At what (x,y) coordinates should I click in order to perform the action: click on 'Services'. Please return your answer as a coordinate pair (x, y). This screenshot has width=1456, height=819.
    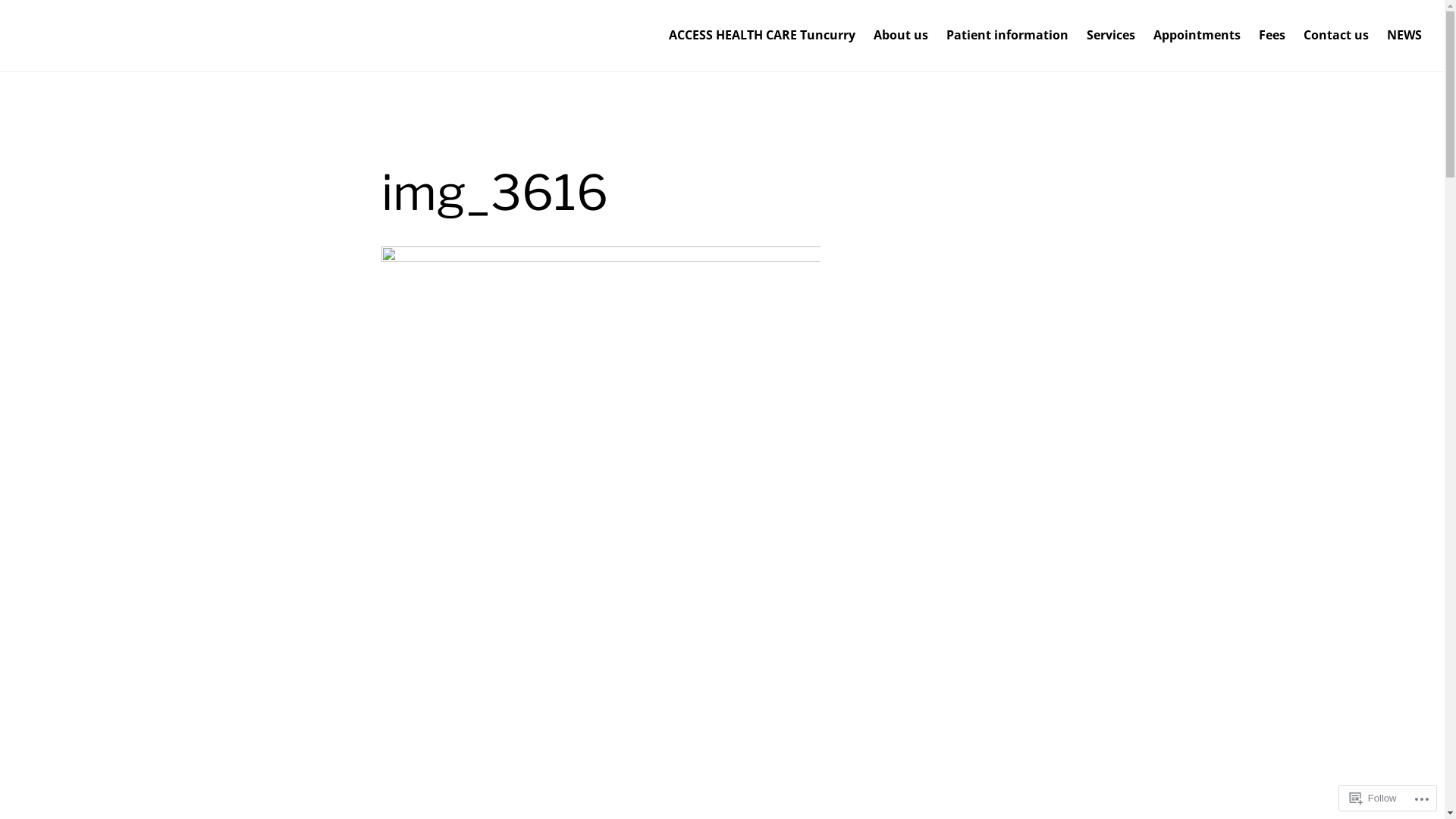
    Looking at the image, I should click on (1110, 34).